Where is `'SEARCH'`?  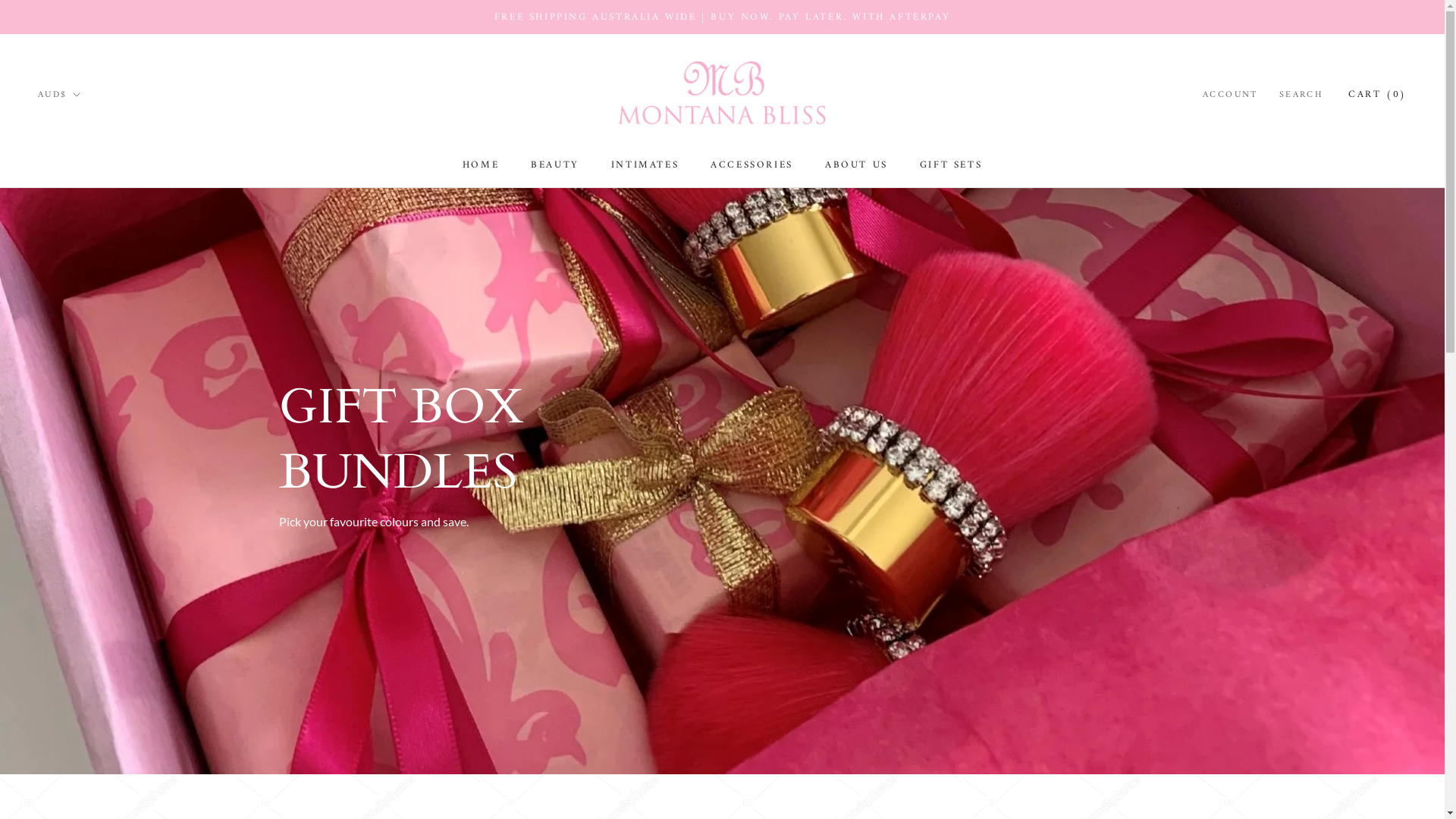 'SEARCH' is located at coordinates (1301, 96).